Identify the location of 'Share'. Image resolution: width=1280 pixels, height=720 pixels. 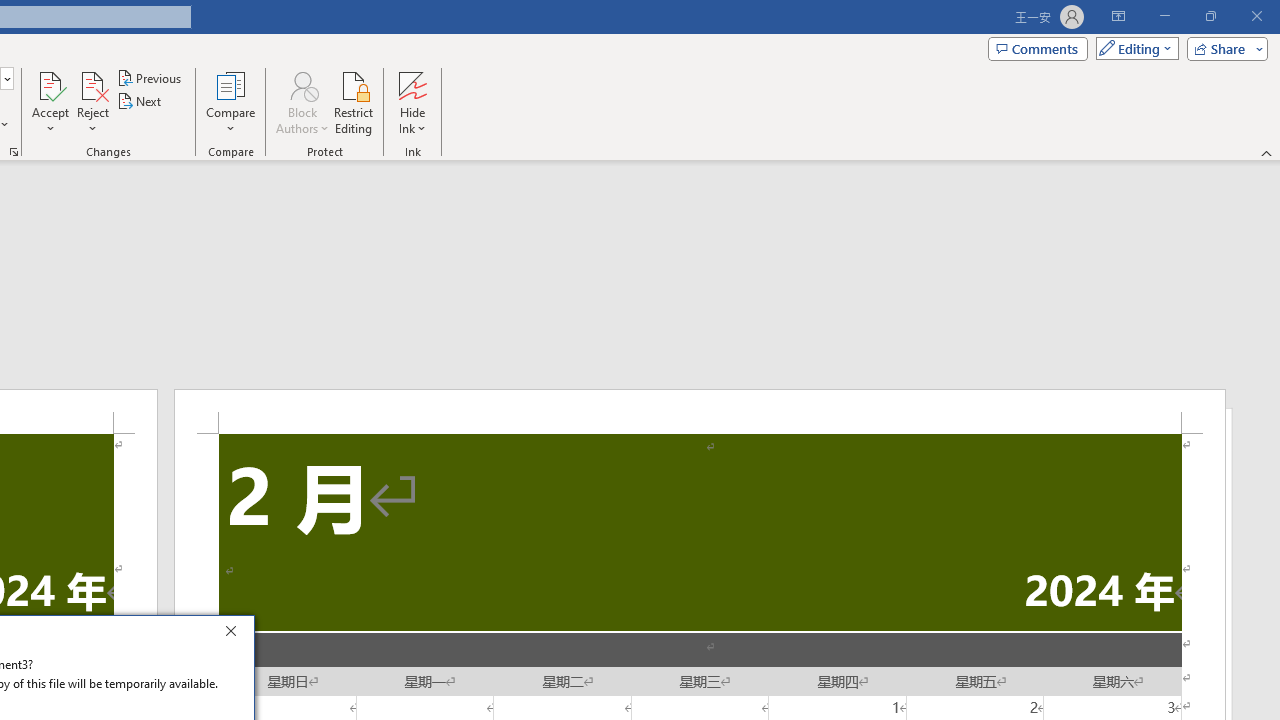
(1222, 47).